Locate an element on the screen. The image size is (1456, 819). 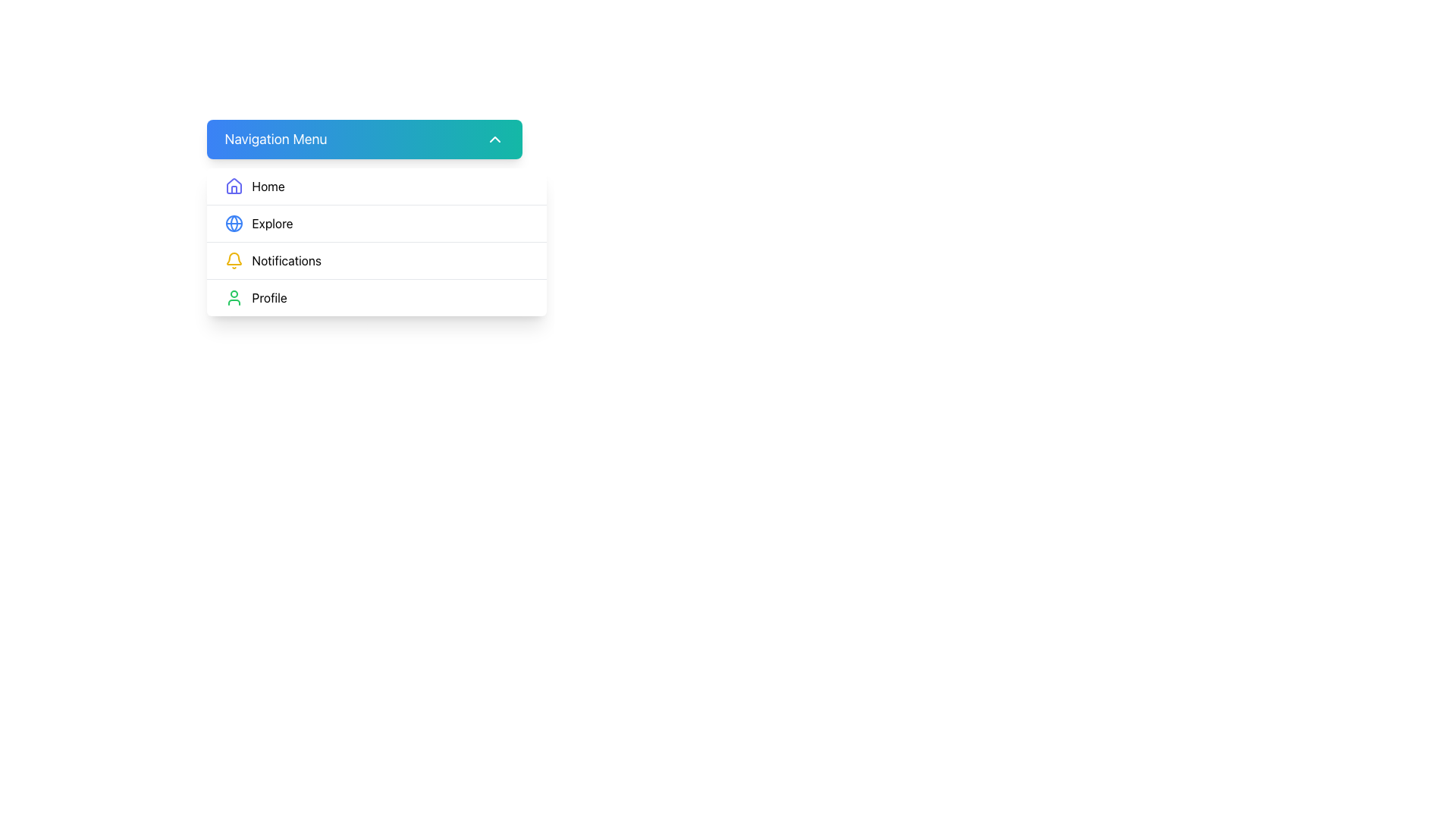
the 'Home' icon in the navigation menu, which is the first element on the left side of the 'Home' menu item is located at coordinates (233, 185).